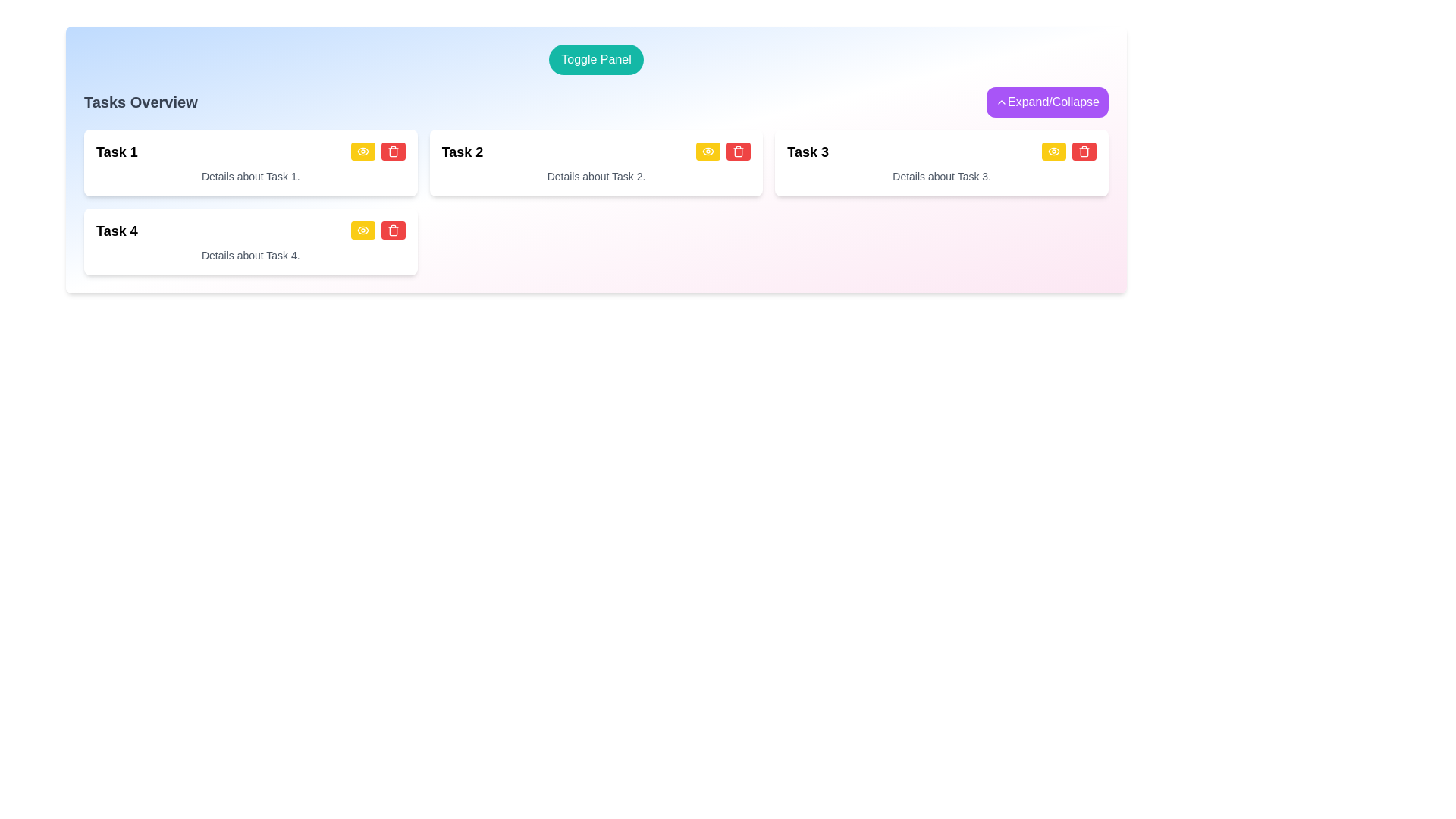 This screenshot has width=1456, height=819. I want to click on the left-most button in the control section associated with 'Task 2', so click(708, 151).